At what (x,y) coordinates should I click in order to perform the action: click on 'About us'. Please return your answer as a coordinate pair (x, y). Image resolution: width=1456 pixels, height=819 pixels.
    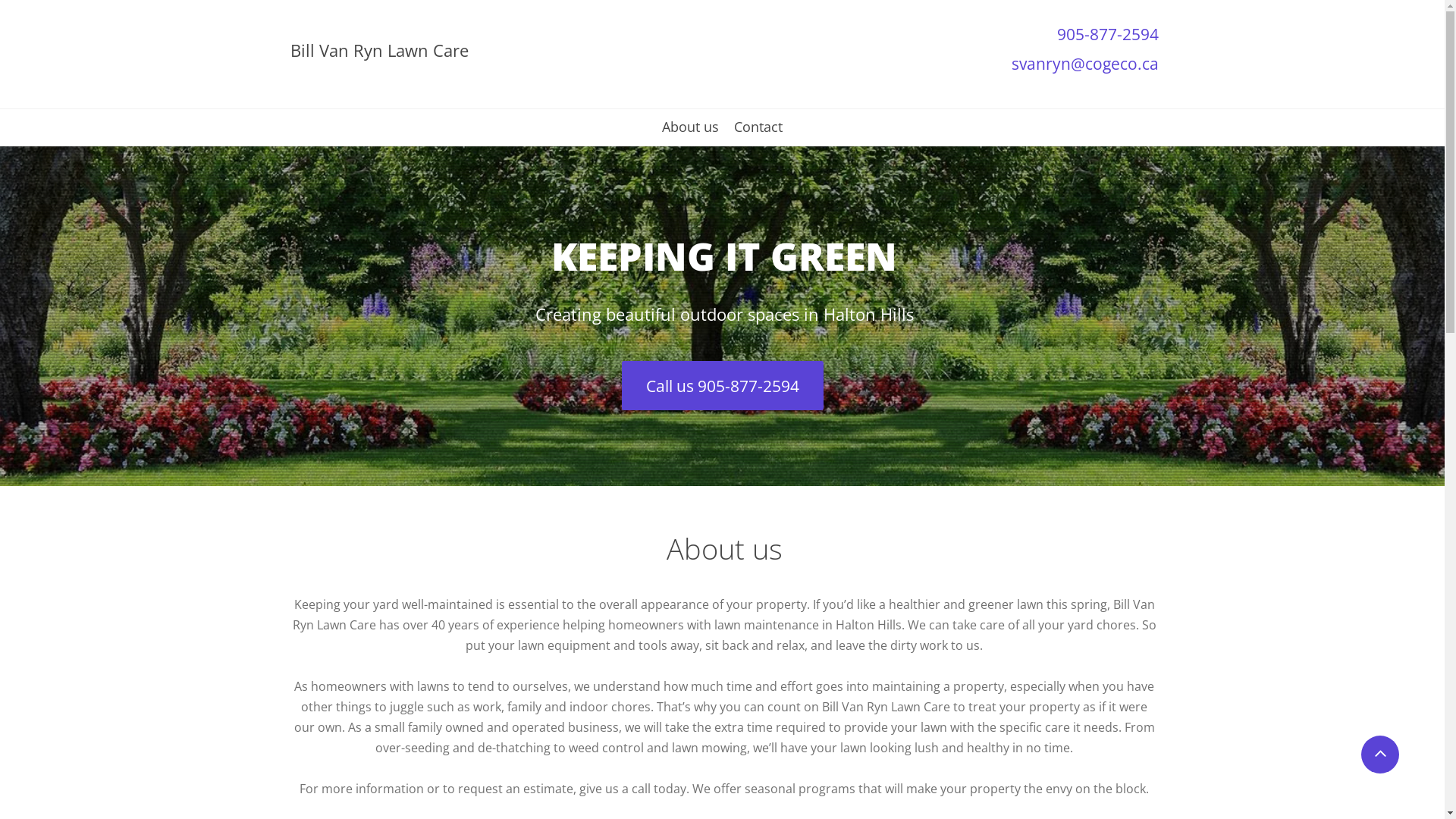
    Looking at the image, I should click on (689, 131).